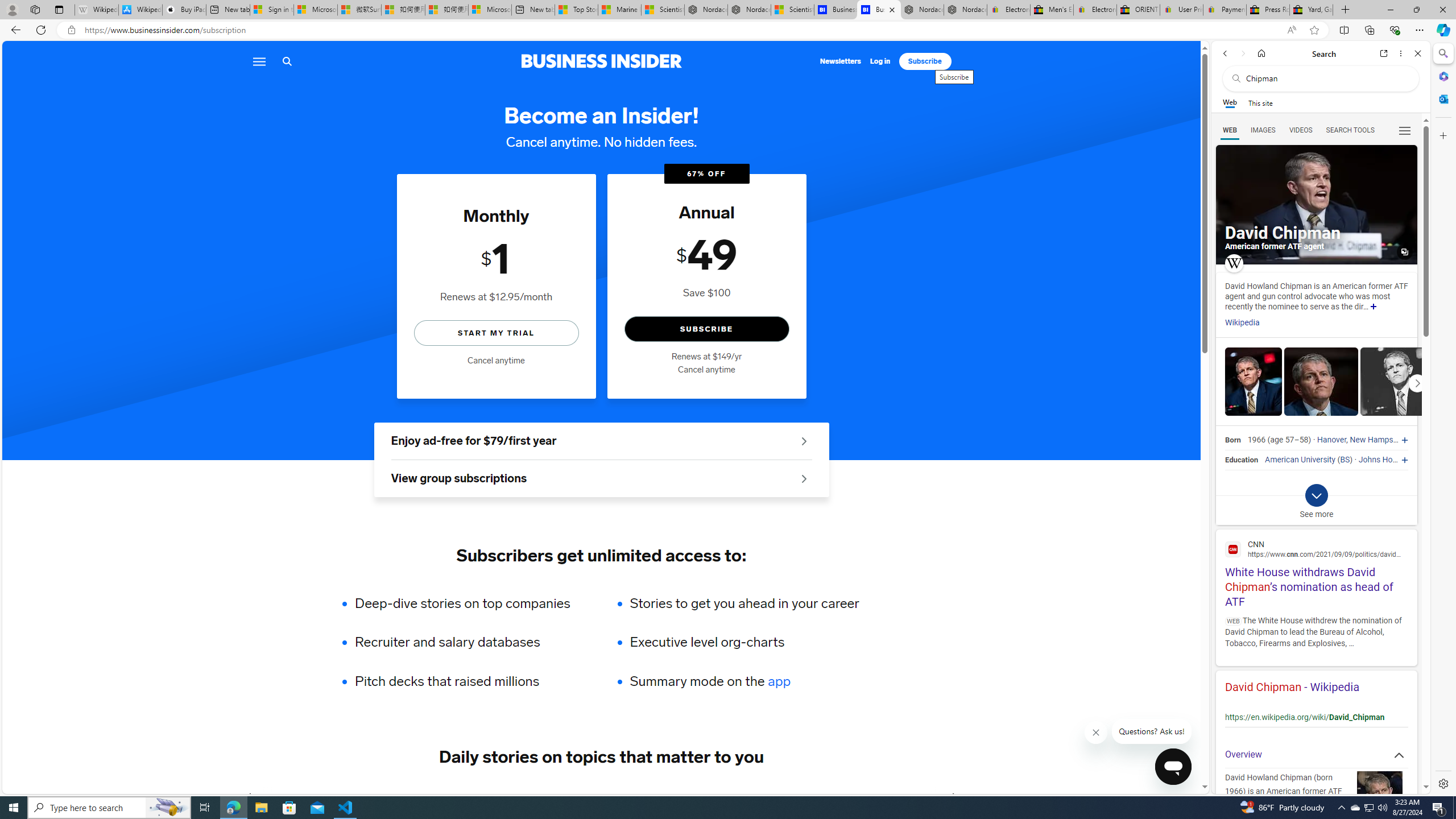 Image resolution: width=1456 pixels, height=819 pixels. I want to click on 'American University', so click(1300, 460).